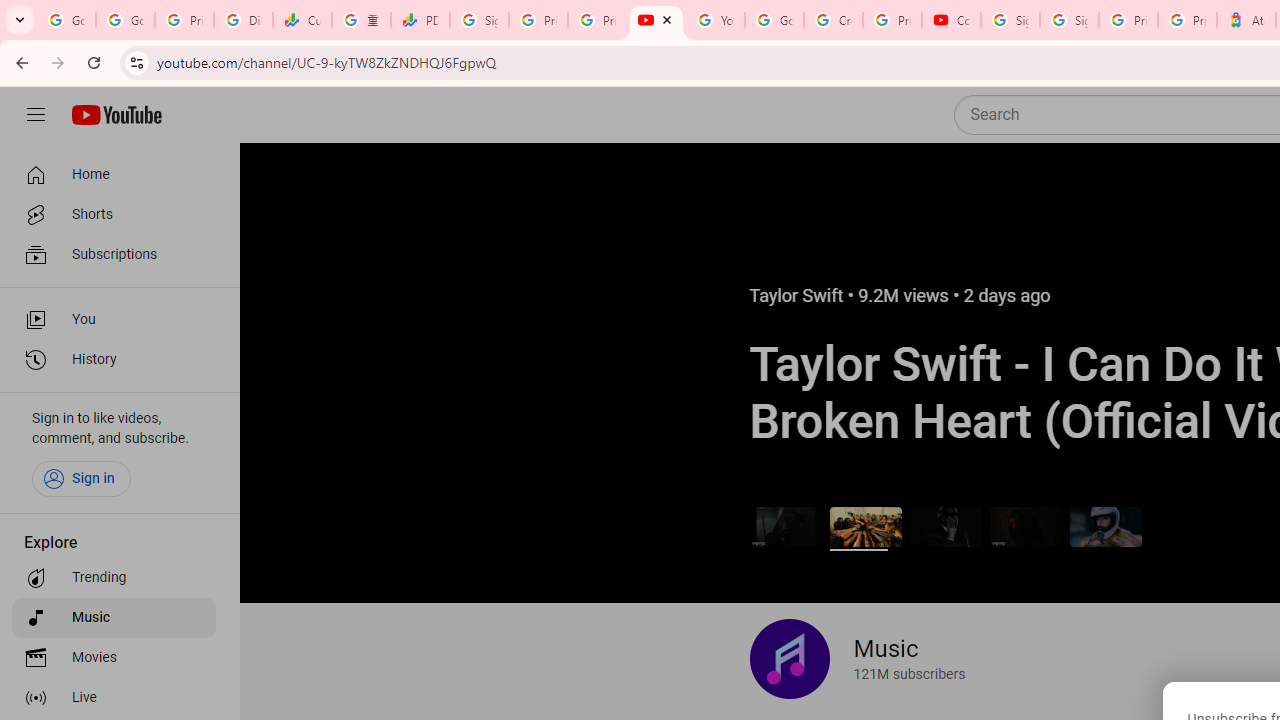 Image resolution: width=1280 pixels, height=720 pixels. I want to click on 'Currencies - Google Finance', so click(301, 20).